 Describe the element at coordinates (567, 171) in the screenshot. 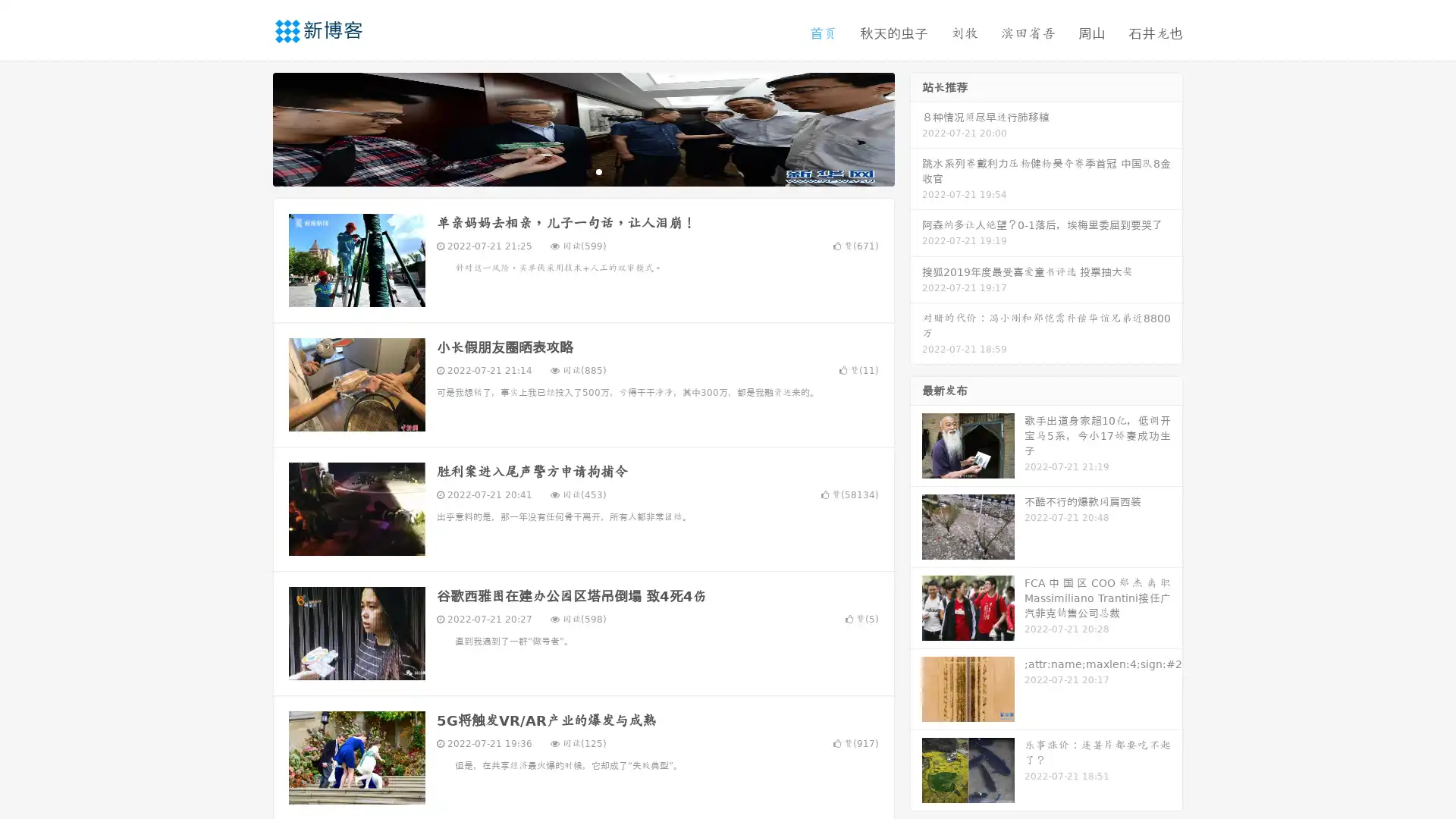

I see `Go to slide 1` at that location.